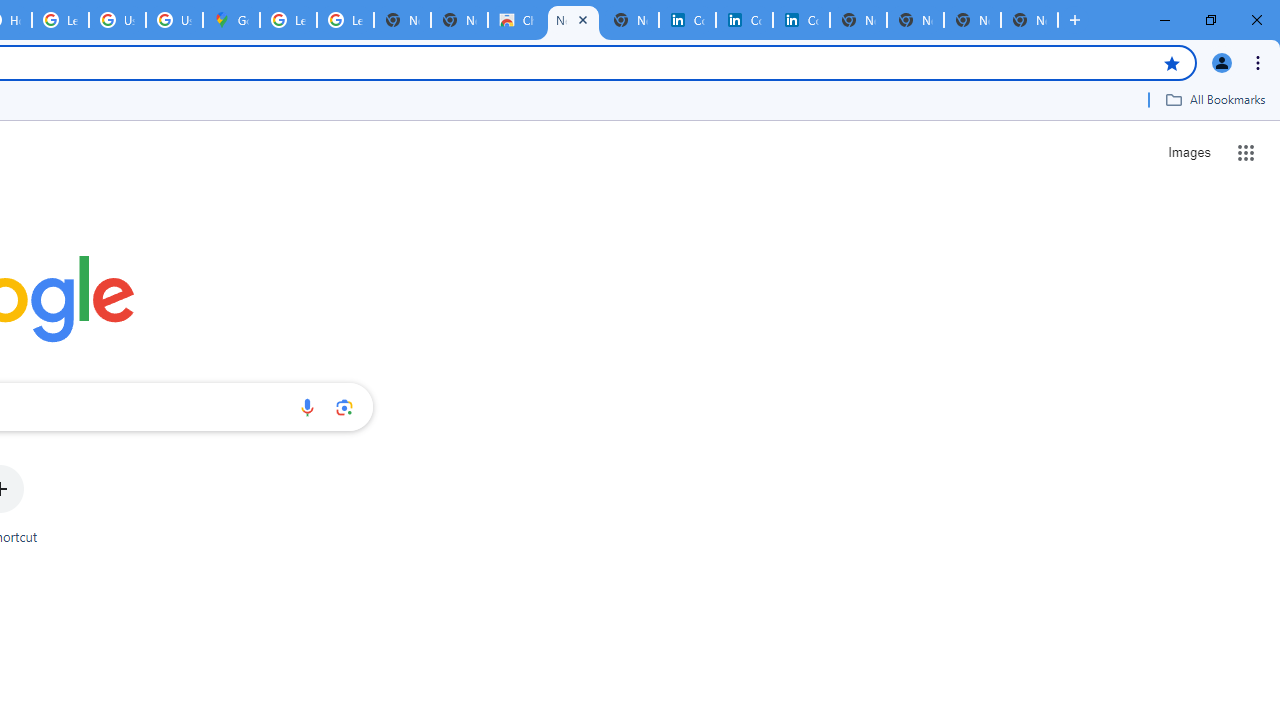 This screenshot has width=1280, height=720. I want to click on 'Search by image', so click(344, 406).